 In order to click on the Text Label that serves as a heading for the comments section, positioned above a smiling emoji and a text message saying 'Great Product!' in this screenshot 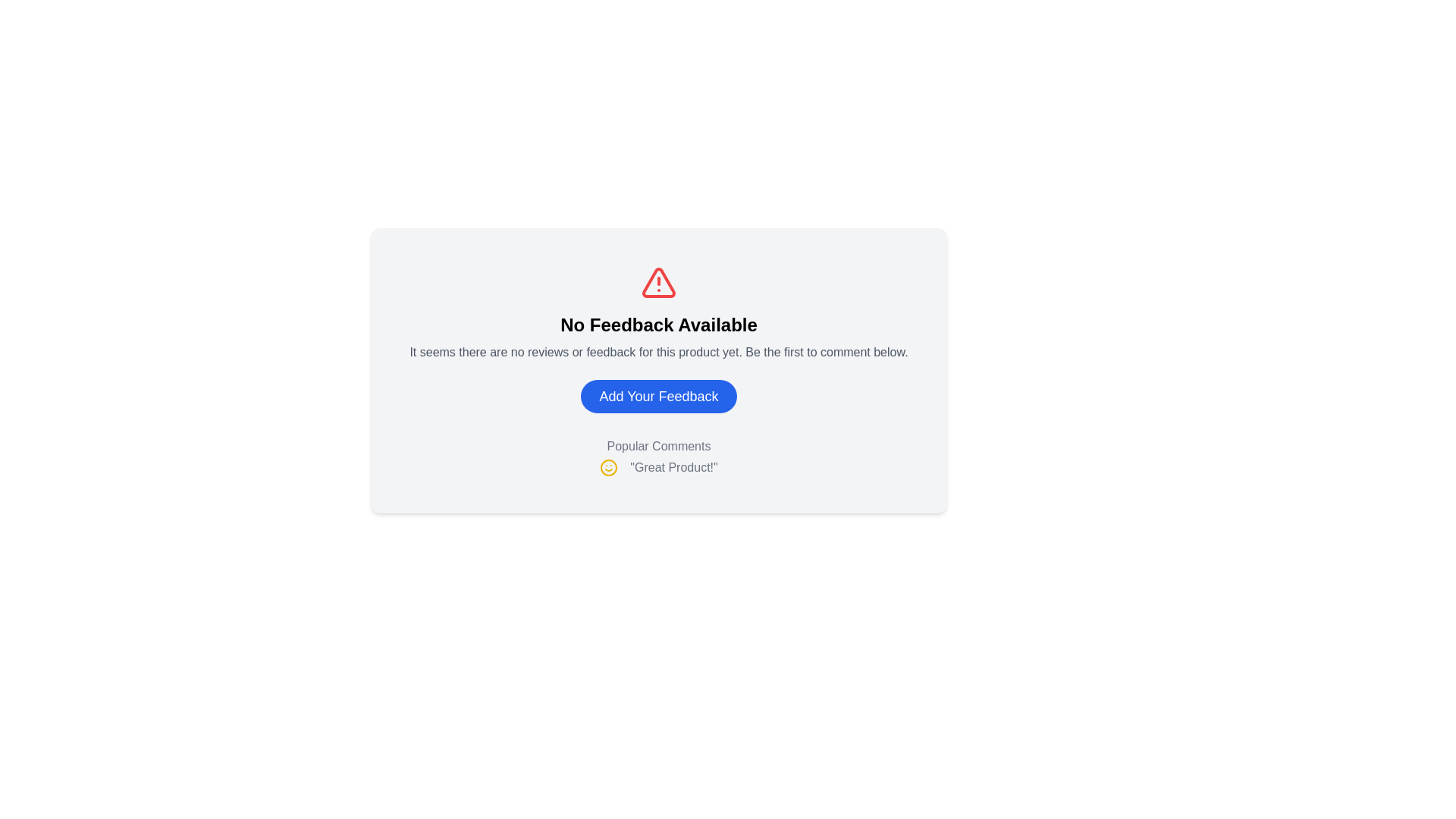, I will do `click(658, 446)`.